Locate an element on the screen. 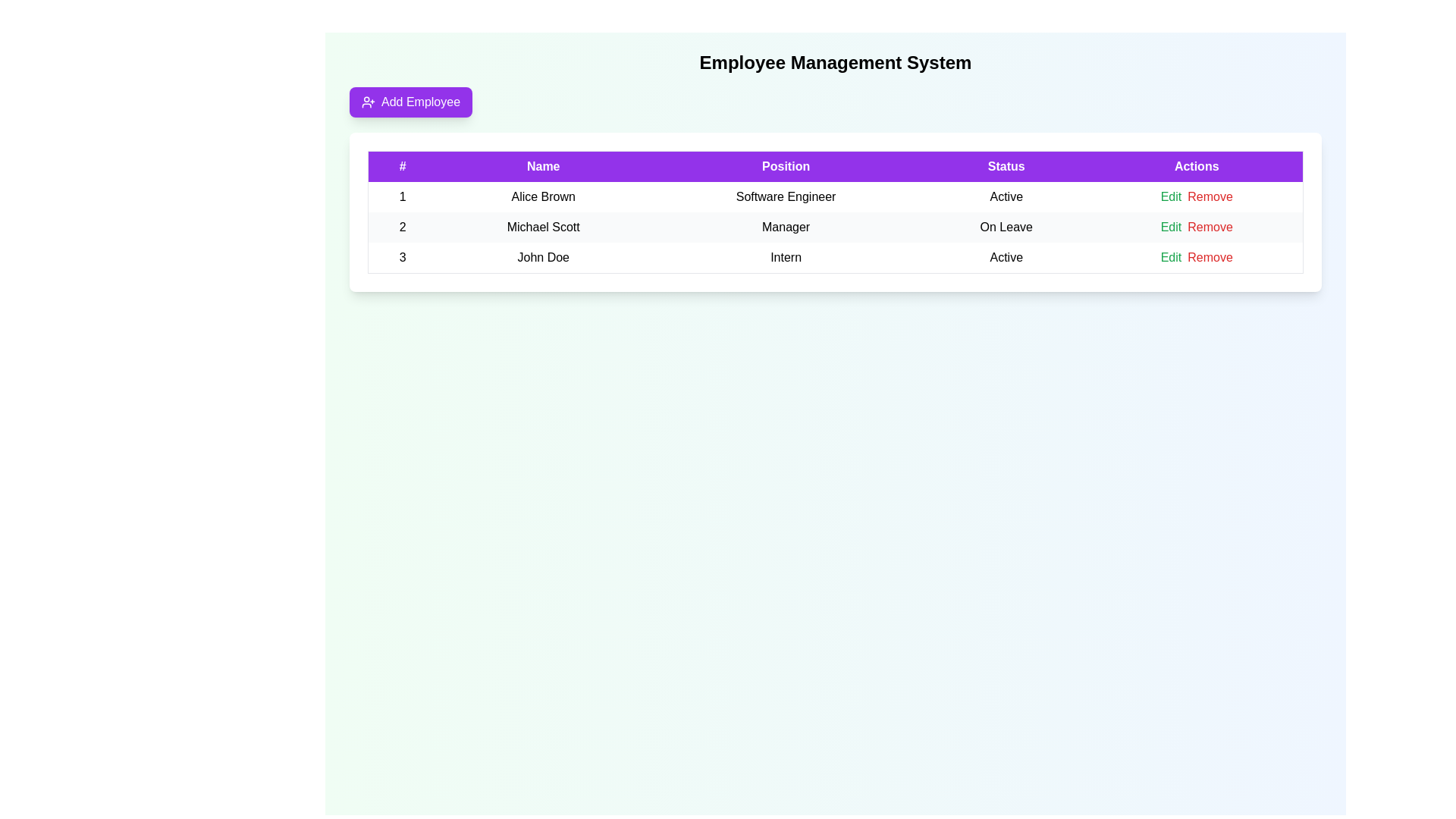 This screenshot has height=819, width=1456. the 'On Leave' text label in the 'Status' column for row '2' associated with 'Michael Scott' as 'Manager' is located at coordinates (1006, 227).